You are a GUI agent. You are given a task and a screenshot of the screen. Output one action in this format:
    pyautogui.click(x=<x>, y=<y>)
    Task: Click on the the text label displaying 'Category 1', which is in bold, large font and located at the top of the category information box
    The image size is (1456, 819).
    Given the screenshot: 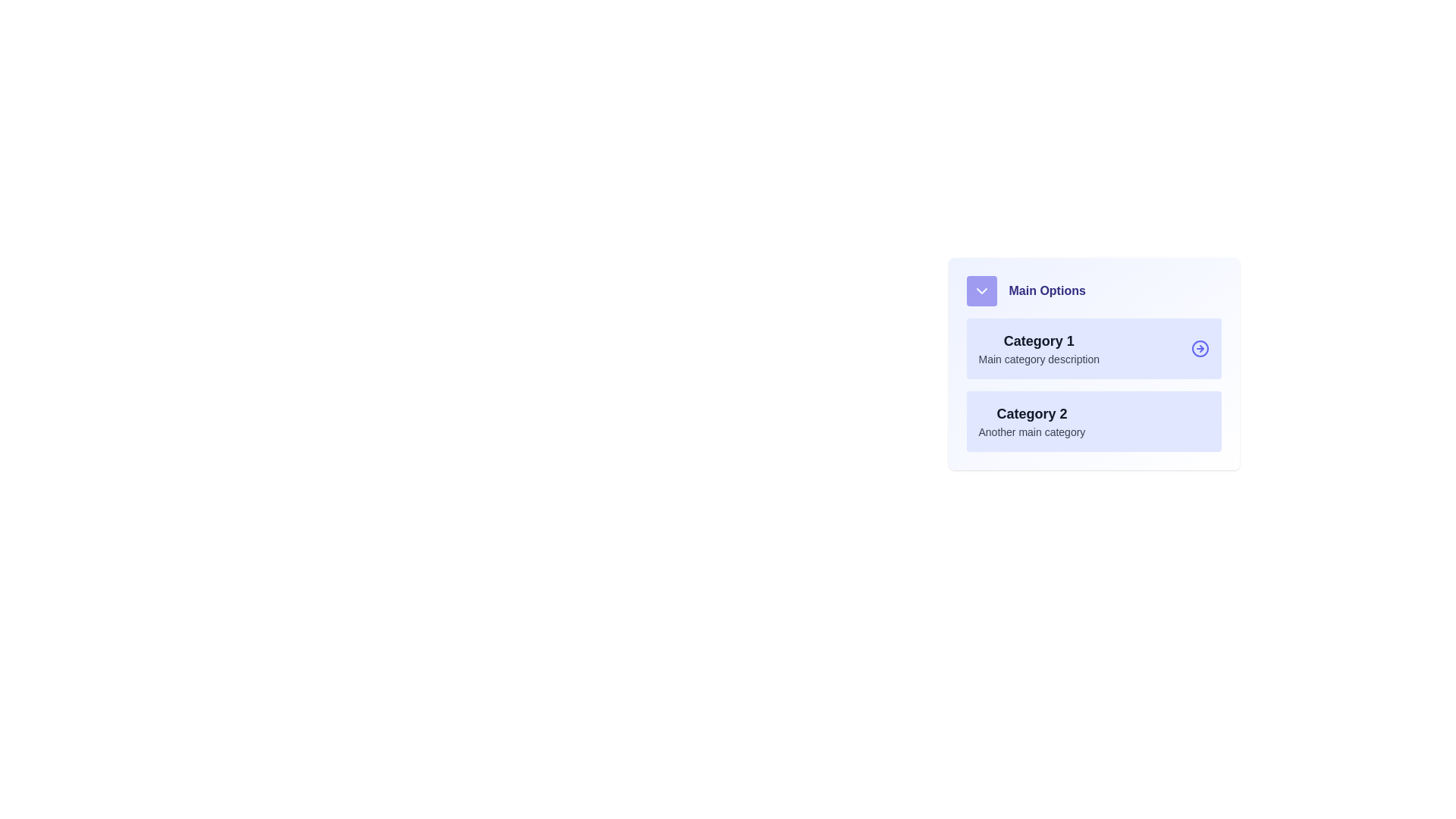 What is the action you would take?
    pyautogui.click(x=1038, y=341)
    